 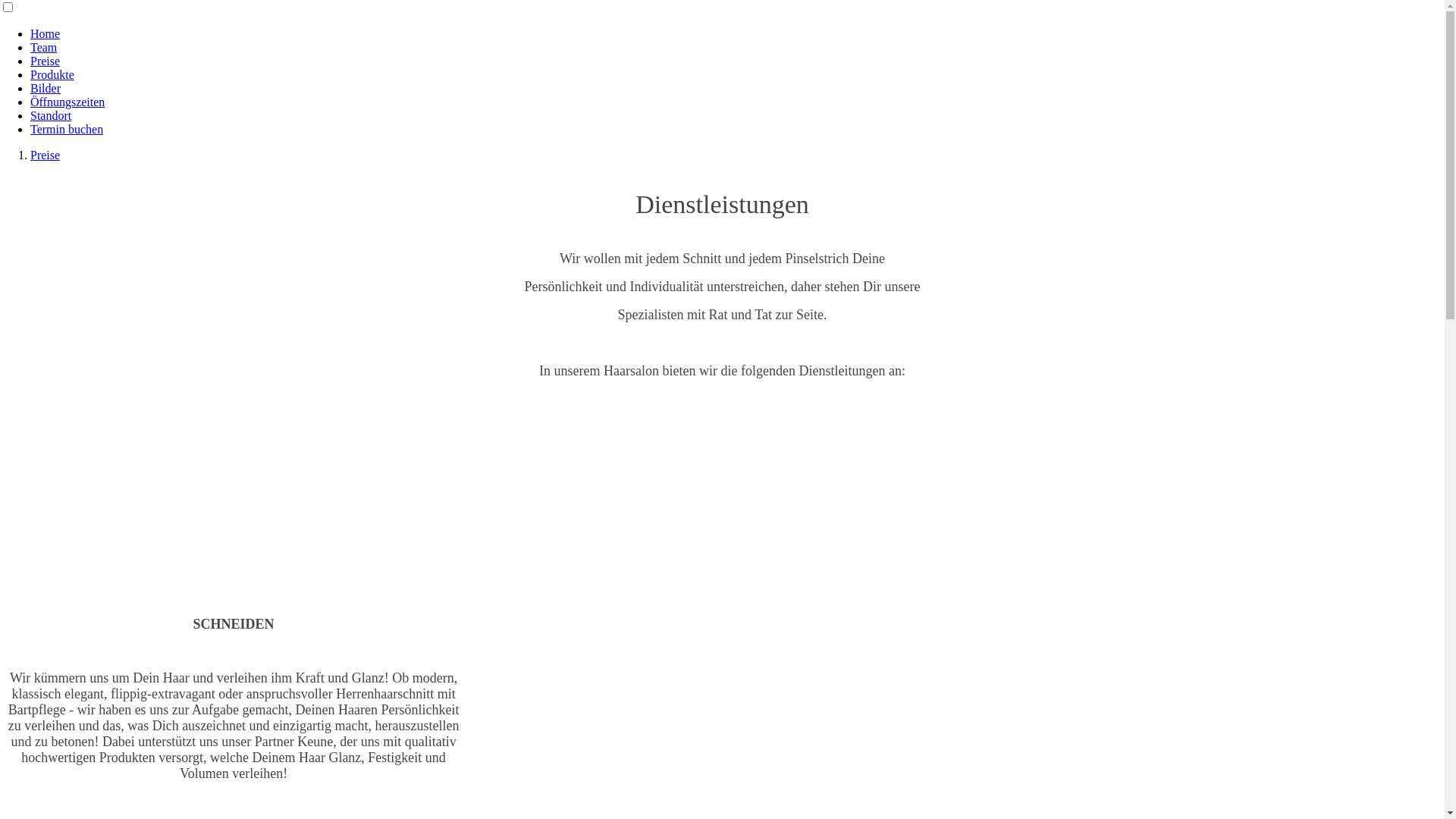 I want to click on 'Preise', so click(x=45, y=60).